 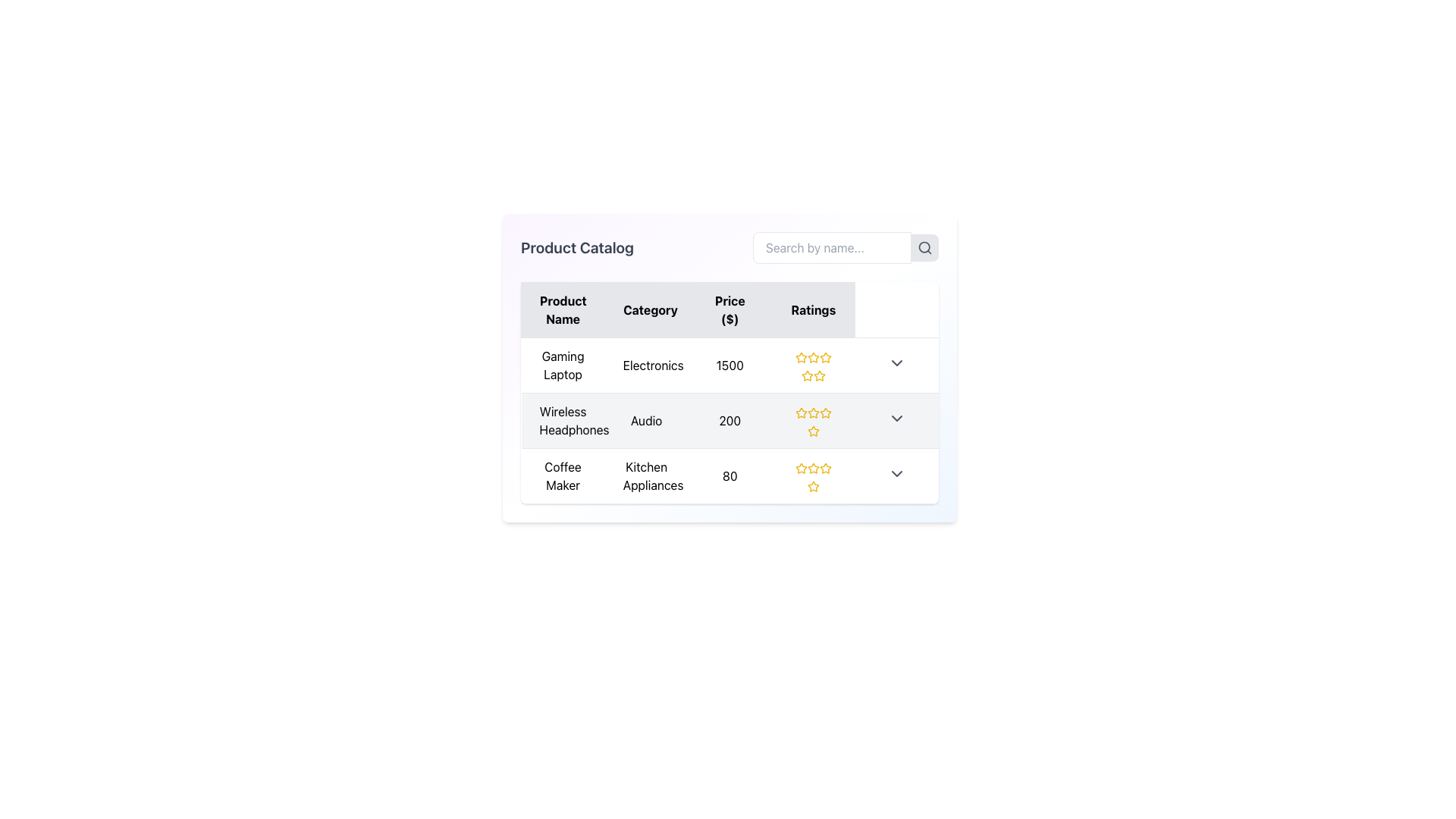 I want to click on the third star icon in the ratings section for 'Coffee Maker', so click(x=812, y=467).